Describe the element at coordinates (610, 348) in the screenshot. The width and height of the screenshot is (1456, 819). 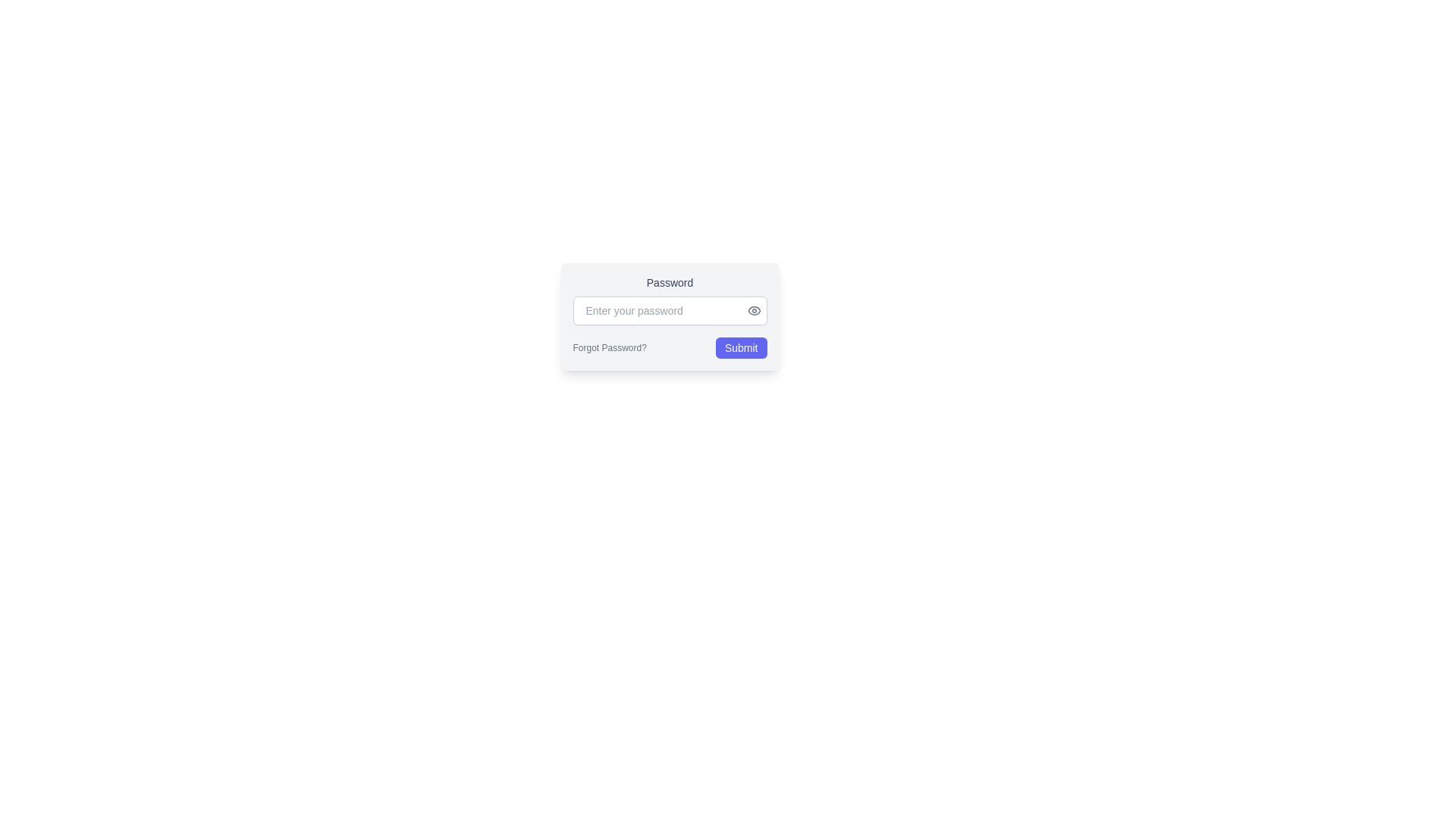
I see `the 'Forgot Password?' button` at that location.